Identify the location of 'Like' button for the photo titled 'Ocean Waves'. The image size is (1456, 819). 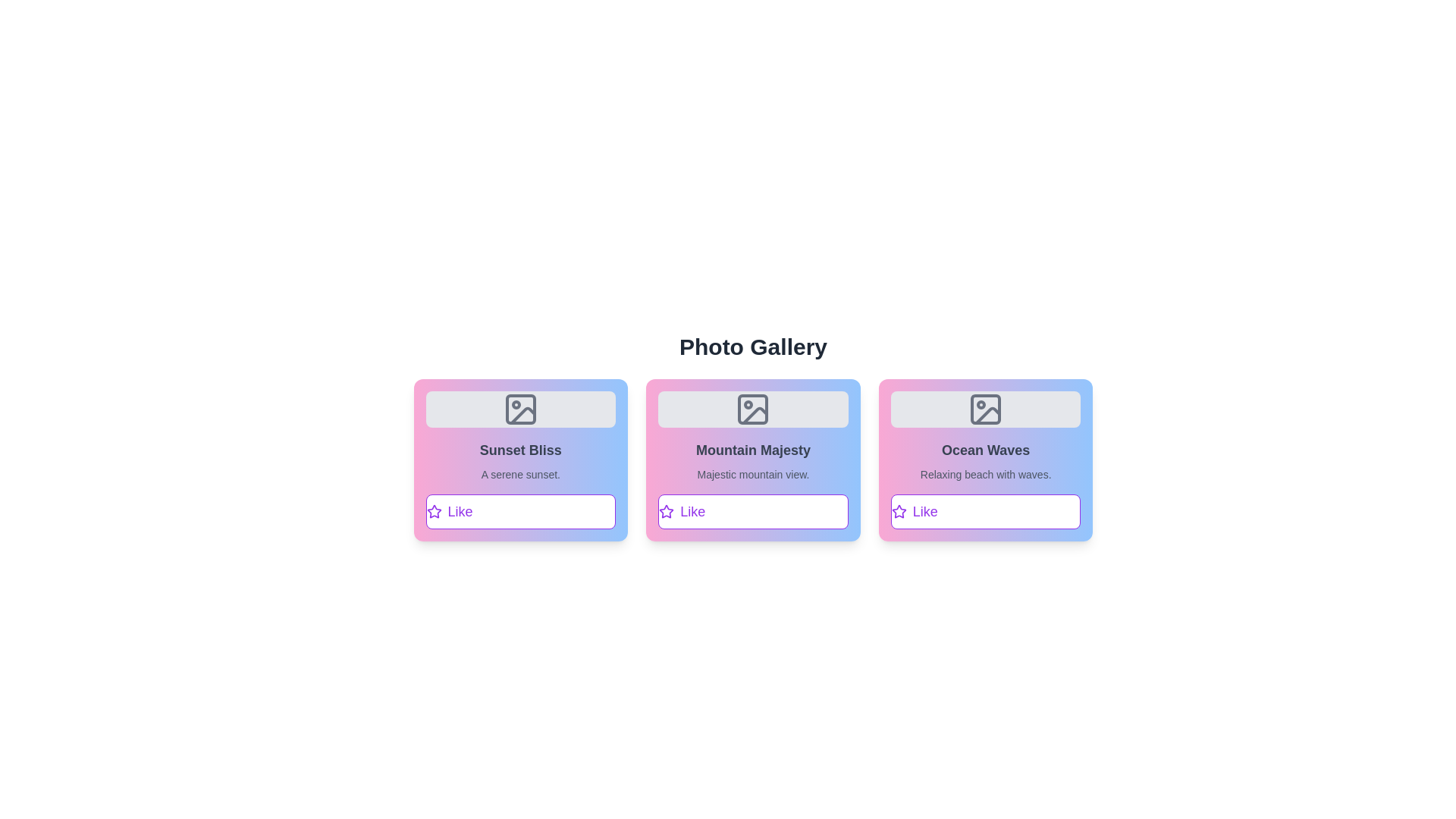
(986, 512).